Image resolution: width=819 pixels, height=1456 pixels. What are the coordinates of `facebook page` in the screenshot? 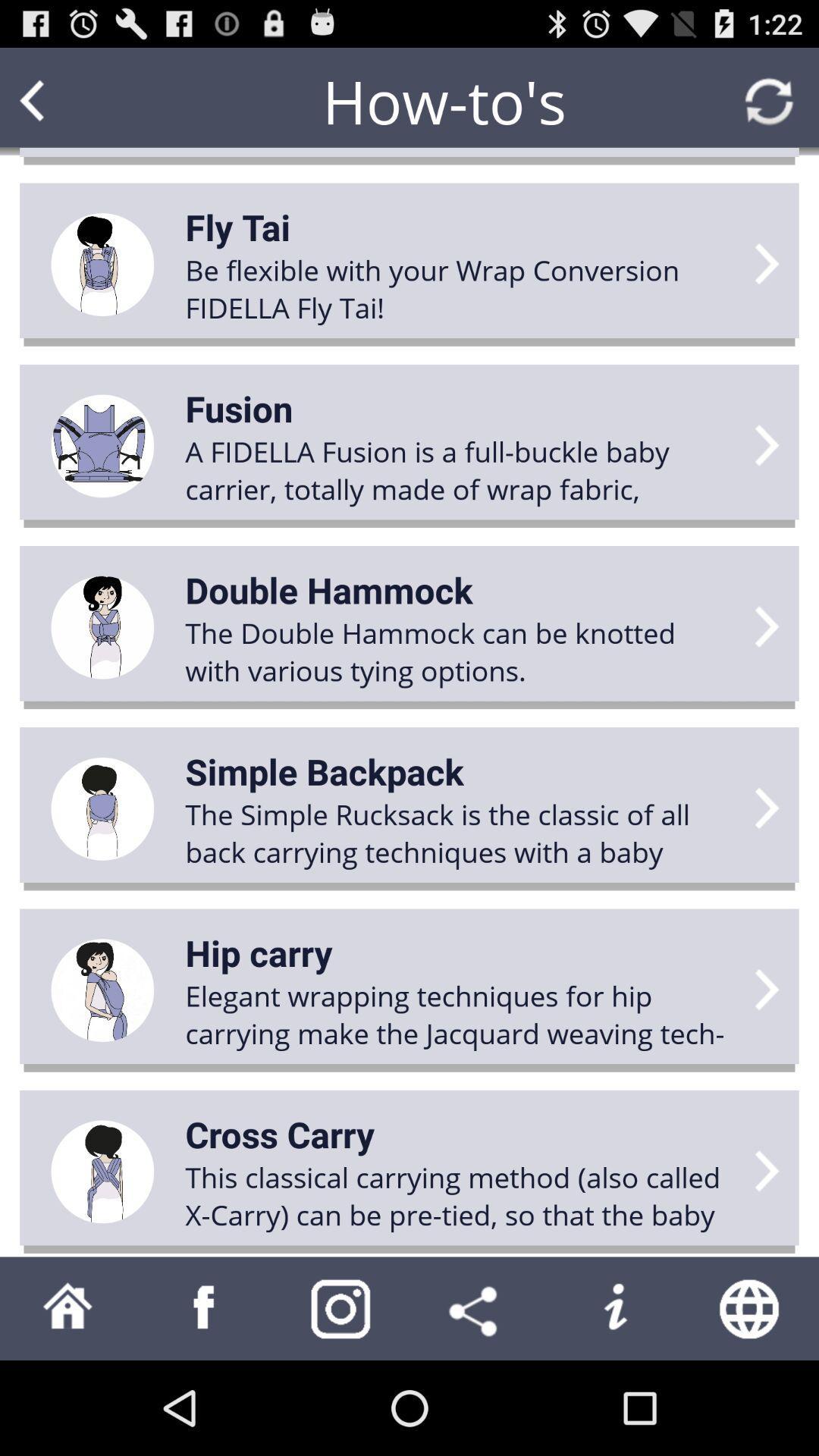 It's located at (205, 1307).